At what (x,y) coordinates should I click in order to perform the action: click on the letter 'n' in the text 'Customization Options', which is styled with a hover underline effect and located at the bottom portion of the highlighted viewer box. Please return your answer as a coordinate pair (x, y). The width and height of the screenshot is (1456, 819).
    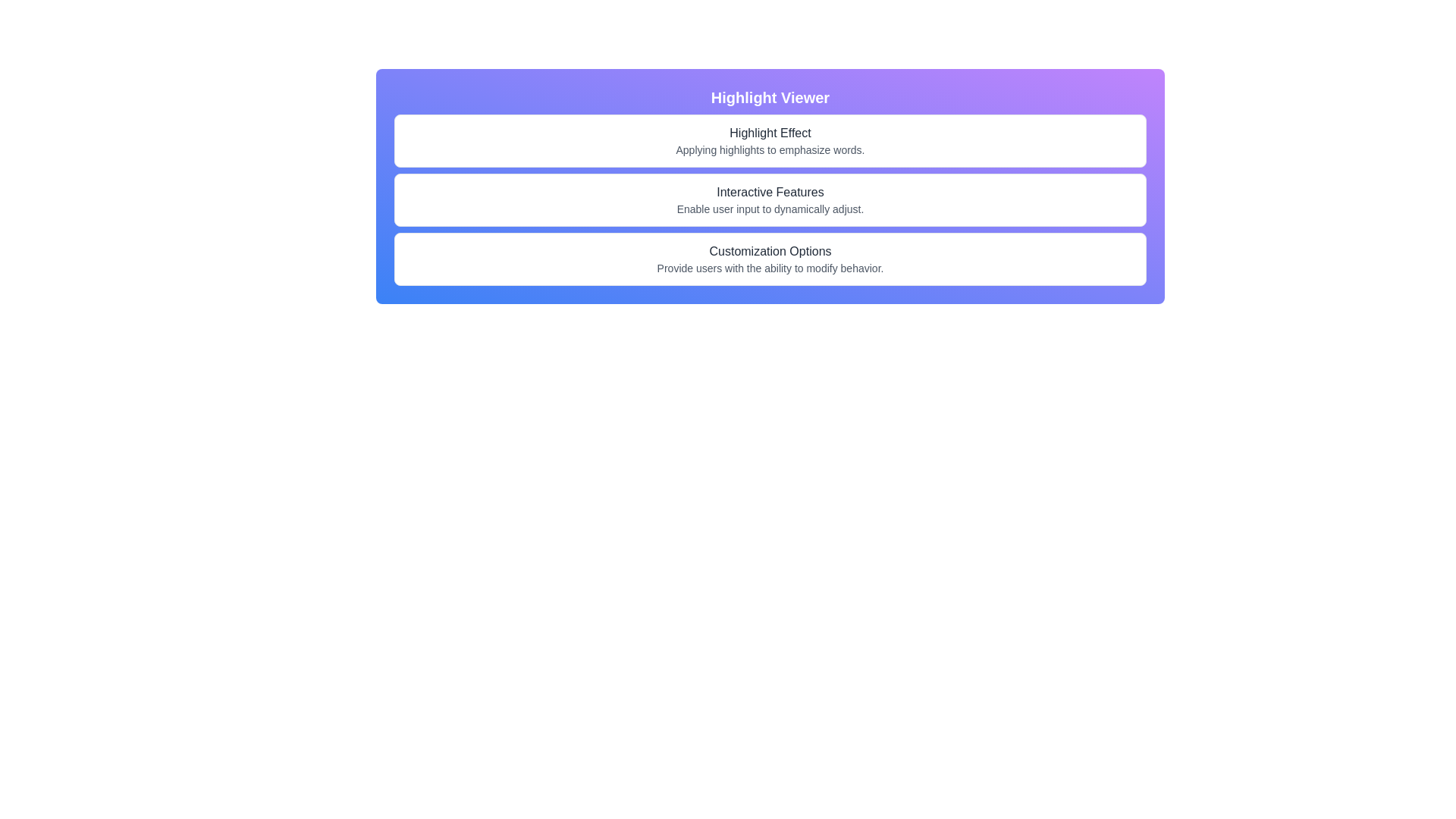
    Looking at the image, I should click on (821, 250).